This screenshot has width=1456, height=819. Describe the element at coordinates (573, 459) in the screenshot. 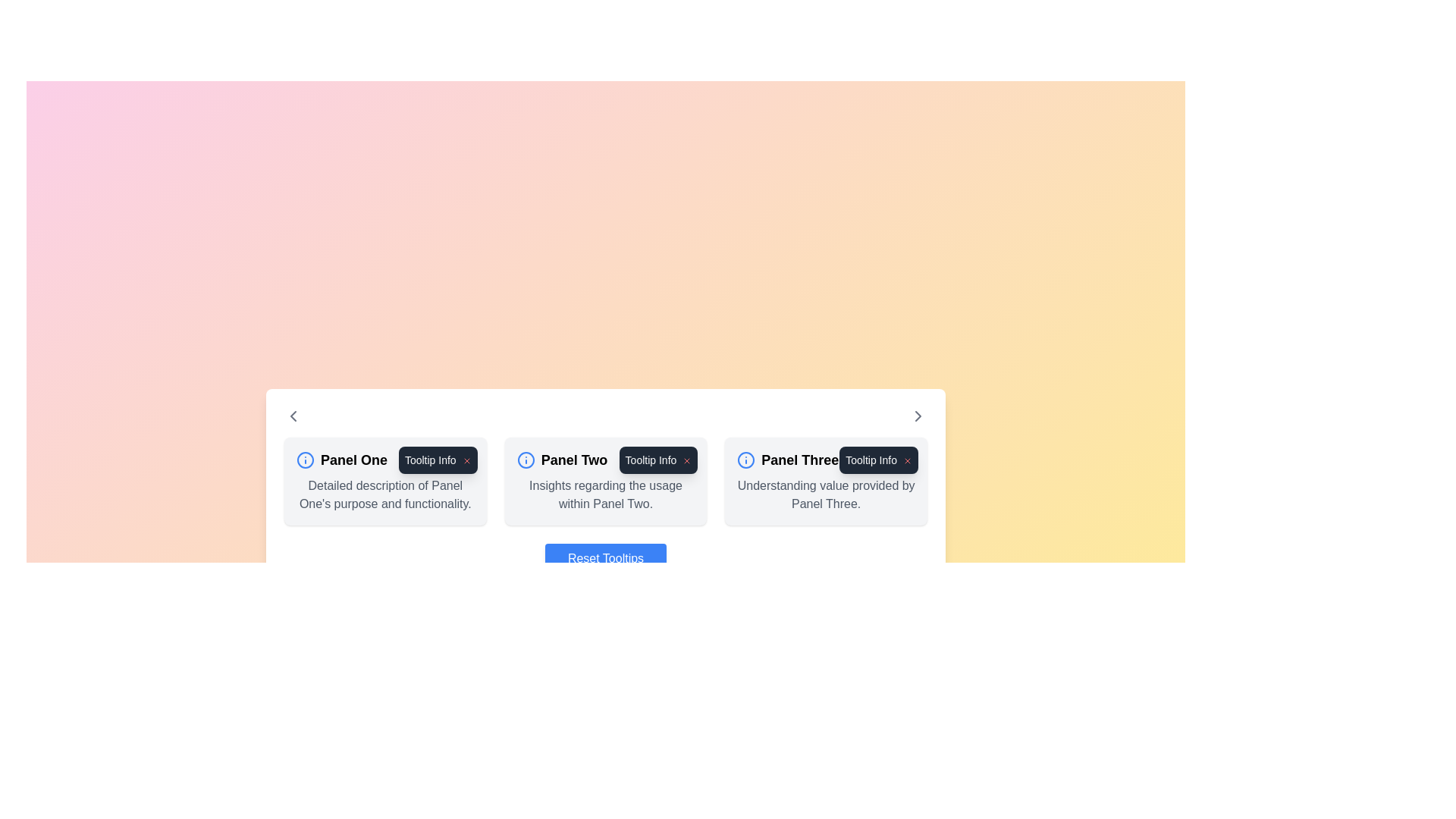

I see `the text label that reads 'Panel Two', which is styled with bold and large font and is horizontally centered in the layout` at that location.